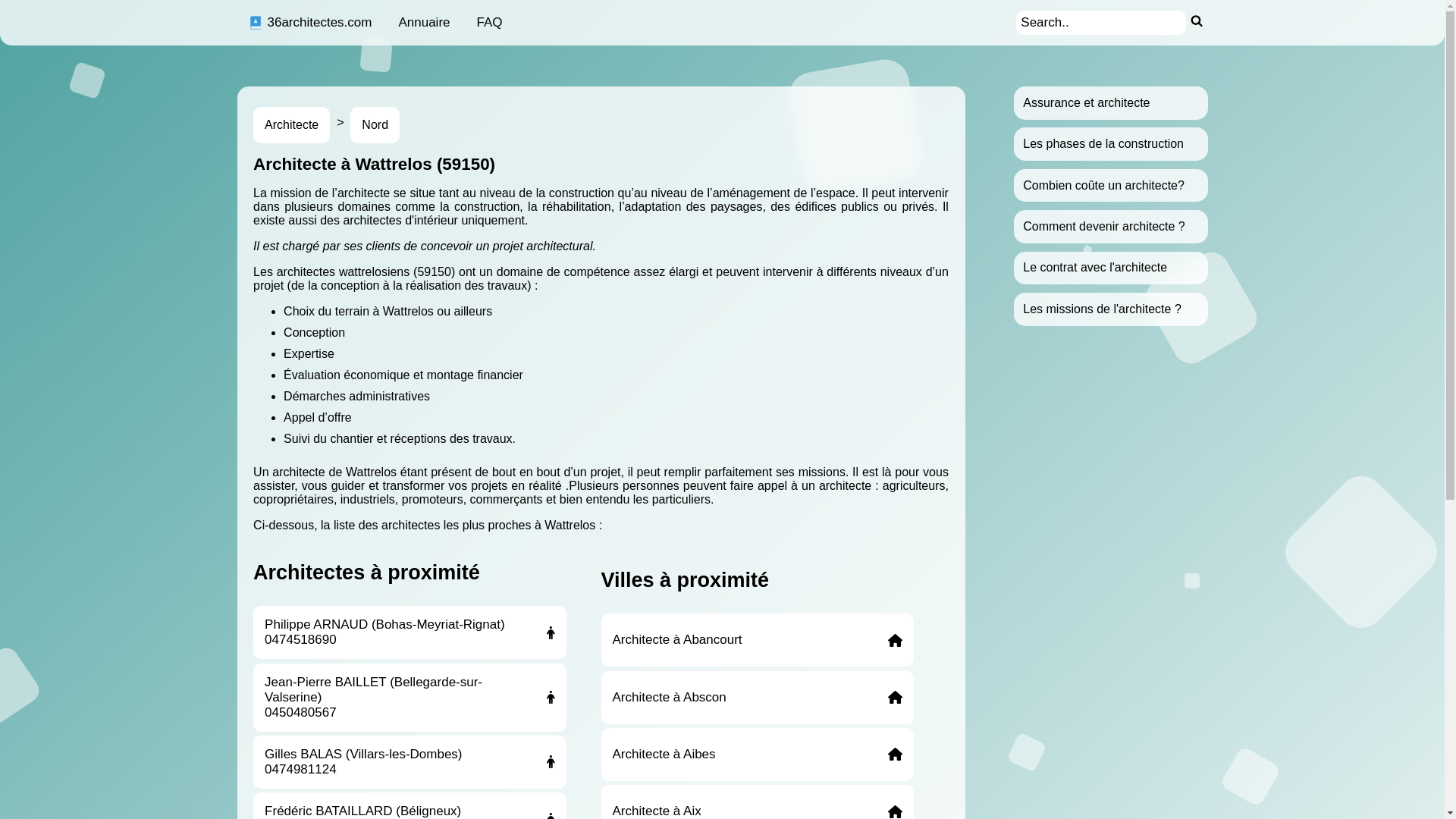 The height and width of the screenshot is (819, 1456). What do you see at coordinates (309, 23) in the screenshot?
I see `'36architectes.com'` at bounding box center [309, 23].